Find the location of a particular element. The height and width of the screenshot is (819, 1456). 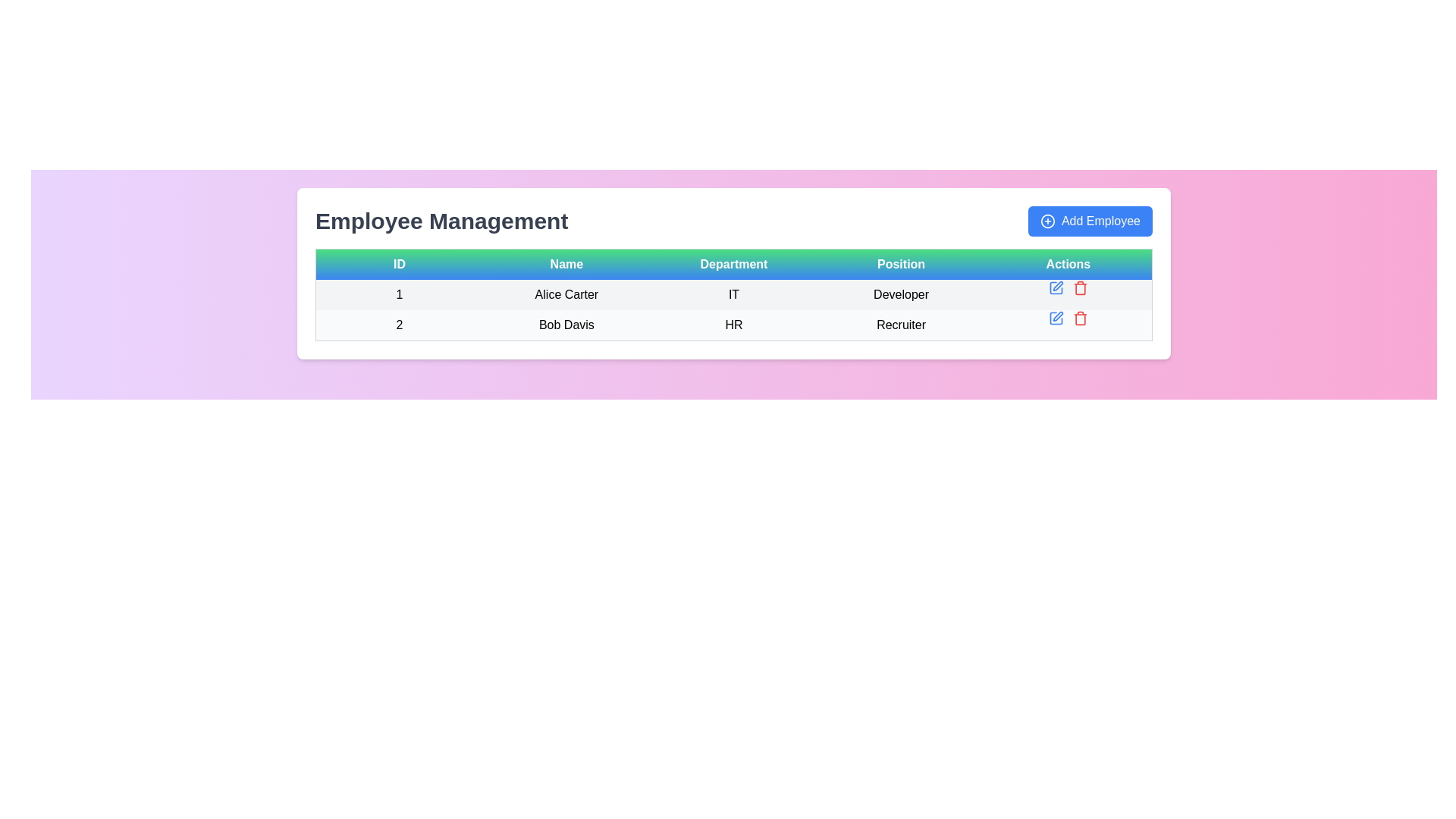

the edit icon, which resembles a square with a pen overlay, located in the Actions column of the second row of the table, to trigger tooltip or highlight effects is located at coordinates (1055, 288).